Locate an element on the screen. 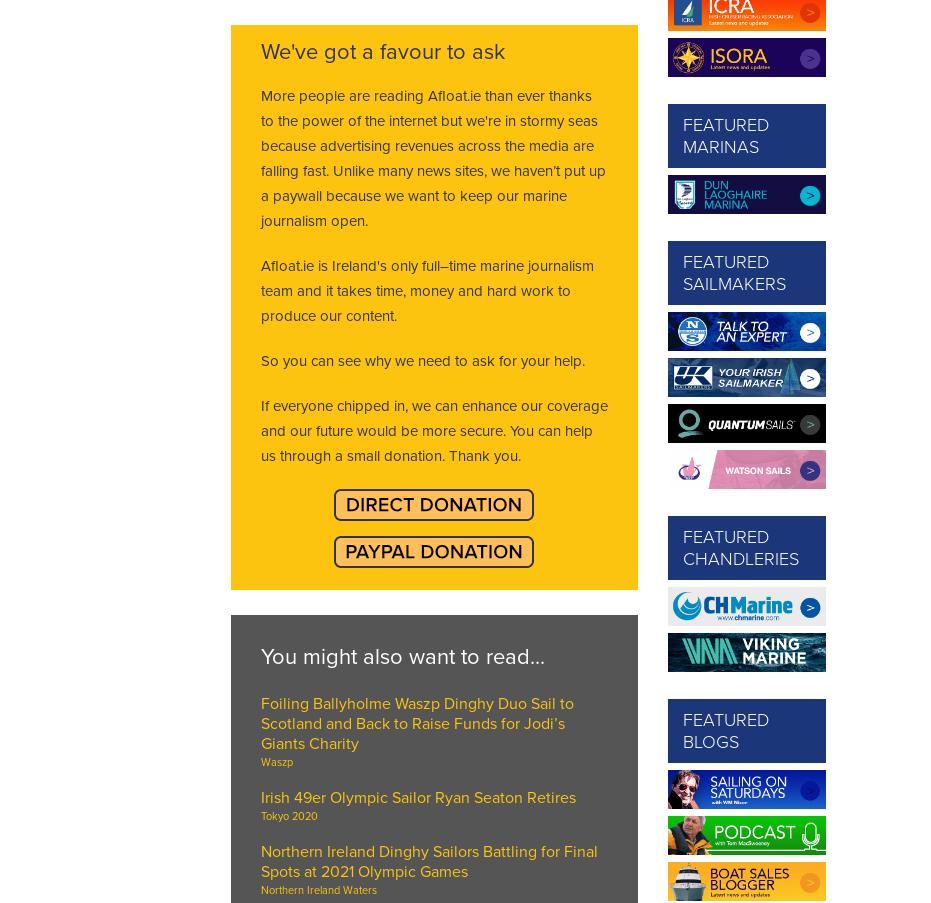 This screenshot has width=931, height=903. 'We've got a favour to ask' is located at coordinates (381, 50).